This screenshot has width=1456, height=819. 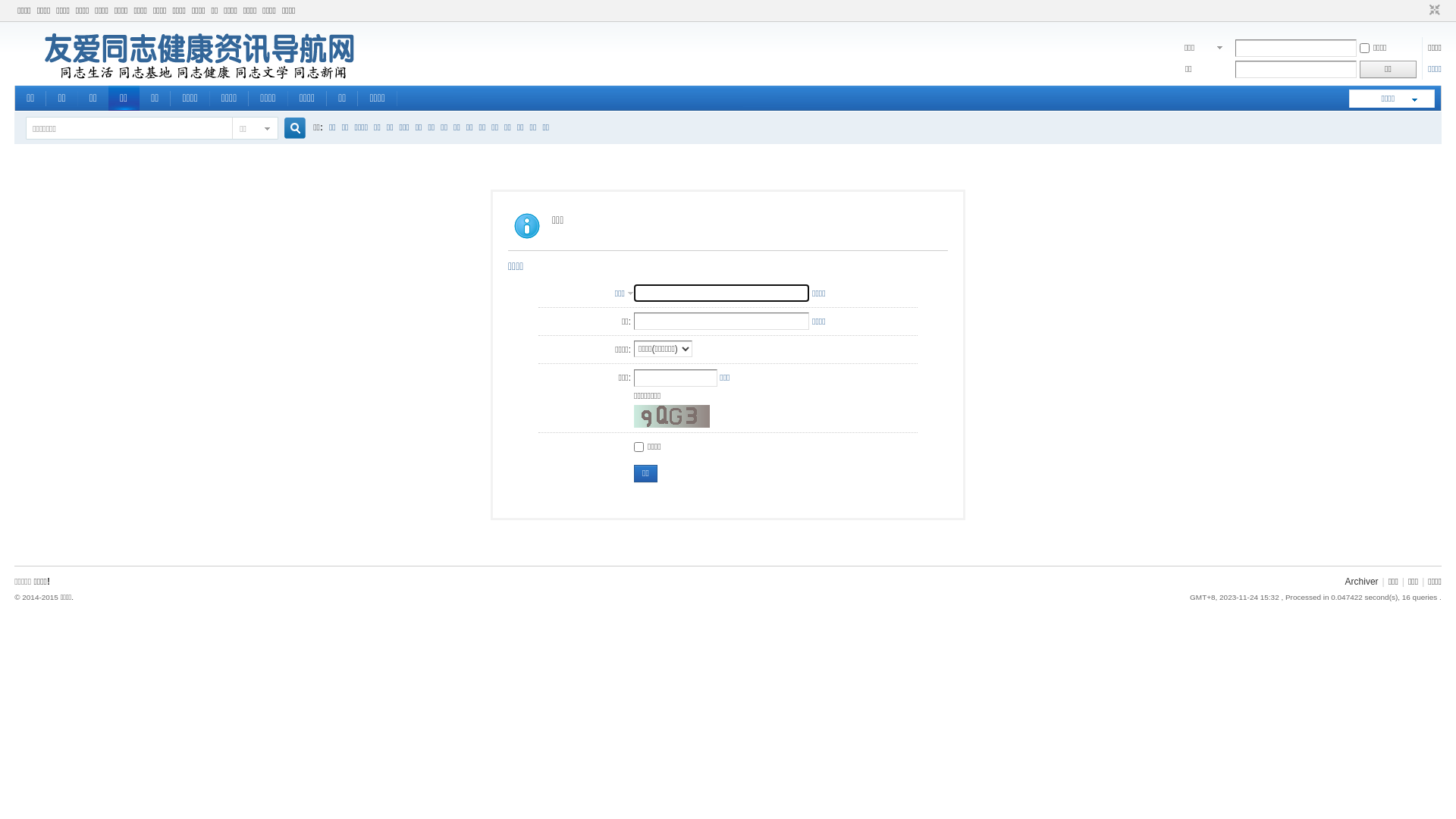 What do you see at coordinates (1345, 581) in the screenshot?
I see `'Archiver'` at bounding box center [1345, 581].